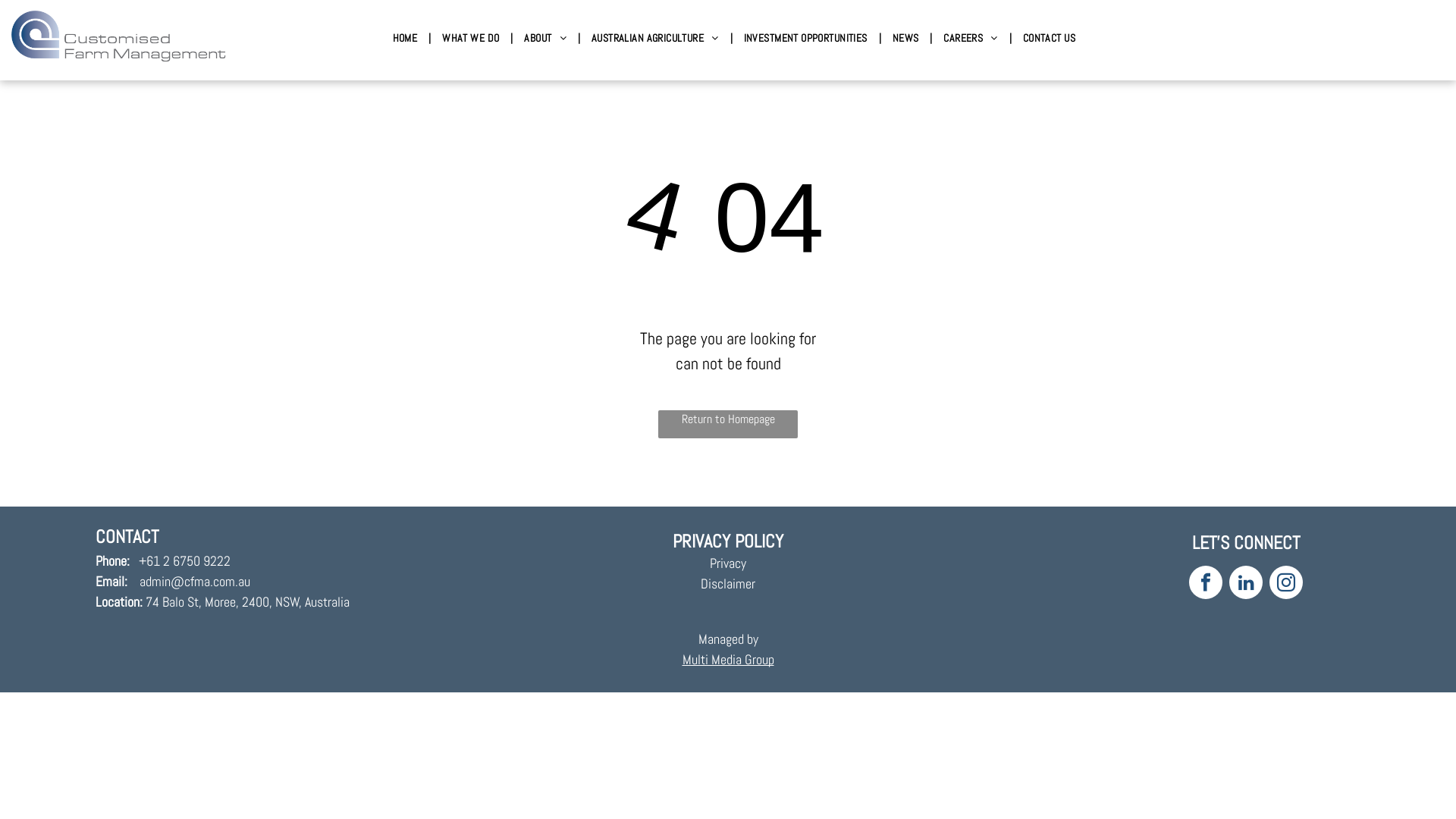 This screenshot has width=1456, height=819. What do you see at coordinates (728, 424) in the screenshot?
I see `'Return to Homepage'` at bounding box center [728, 424].